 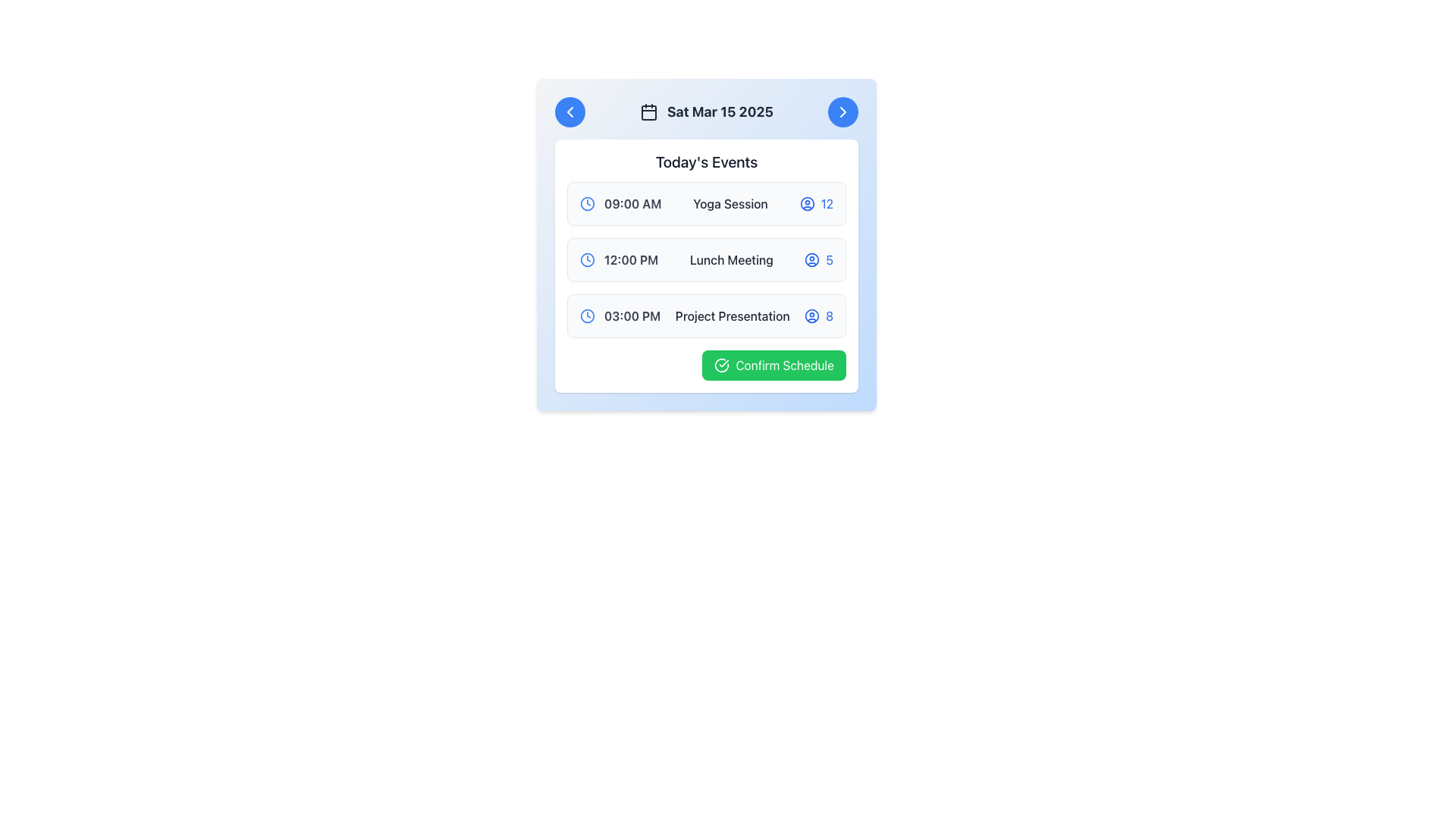 What do you see at coordinates (620, 203) in the screenshot?
I see `Time display element which shows '09:00 AM' represented by a blue circular clock icon and bold dark-gray text, located in the upper section of the event list` at bounding box center [620, 203].